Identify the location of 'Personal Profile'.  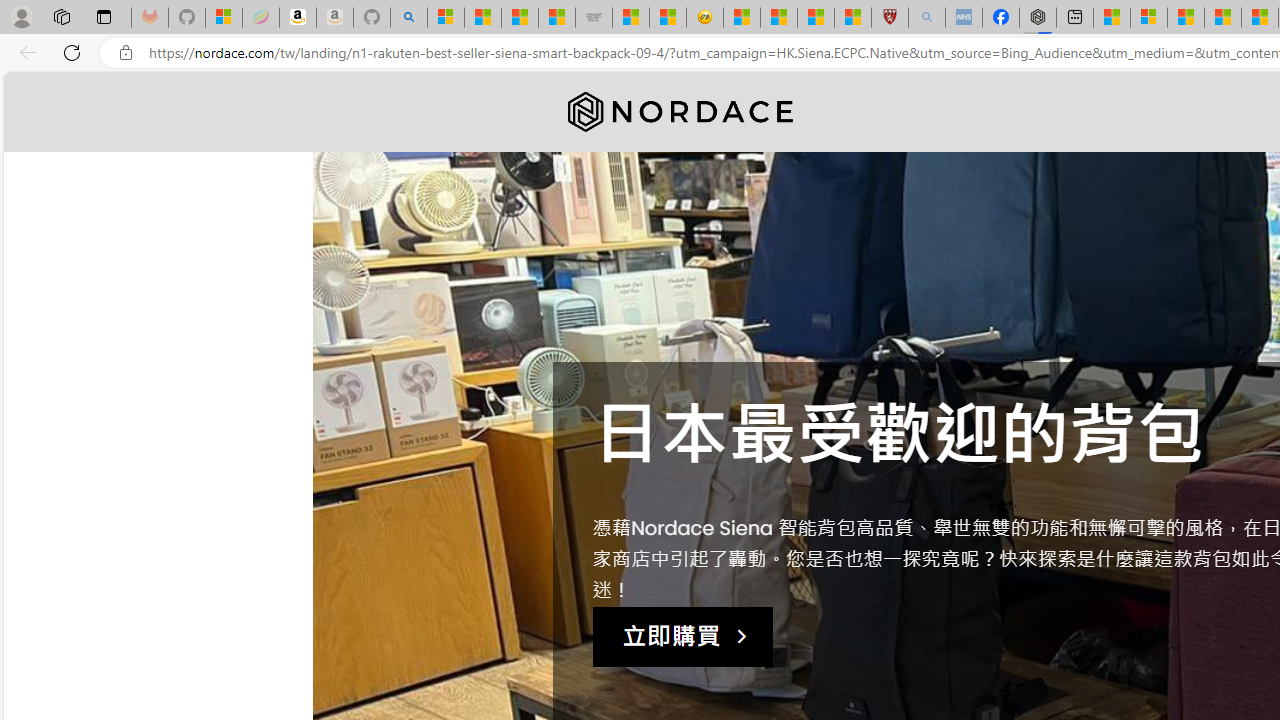
(21, 16).